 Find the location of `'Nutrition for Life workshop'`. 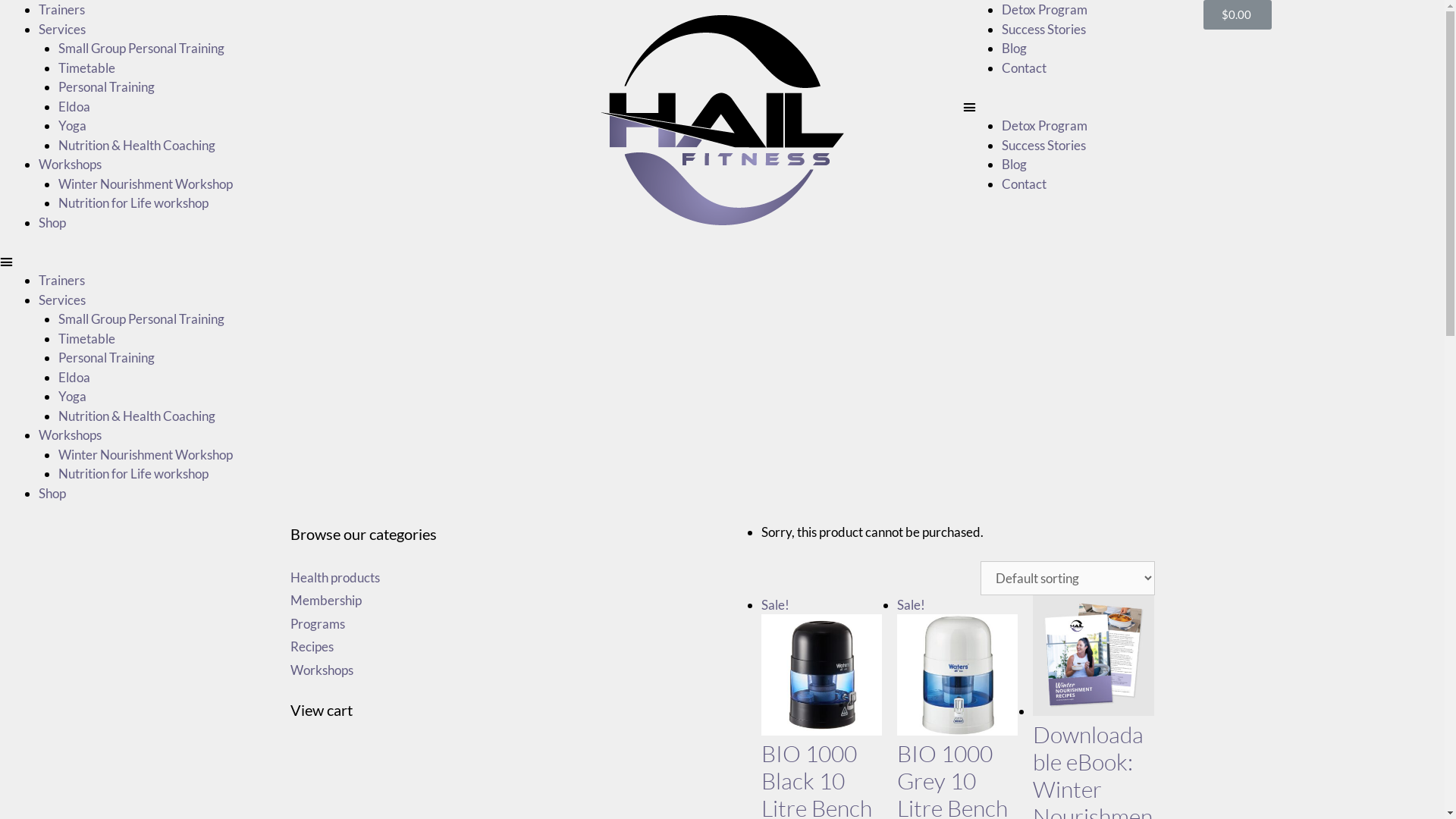

'Nutrition for Life workshop' is located at coordinates (132, 472).